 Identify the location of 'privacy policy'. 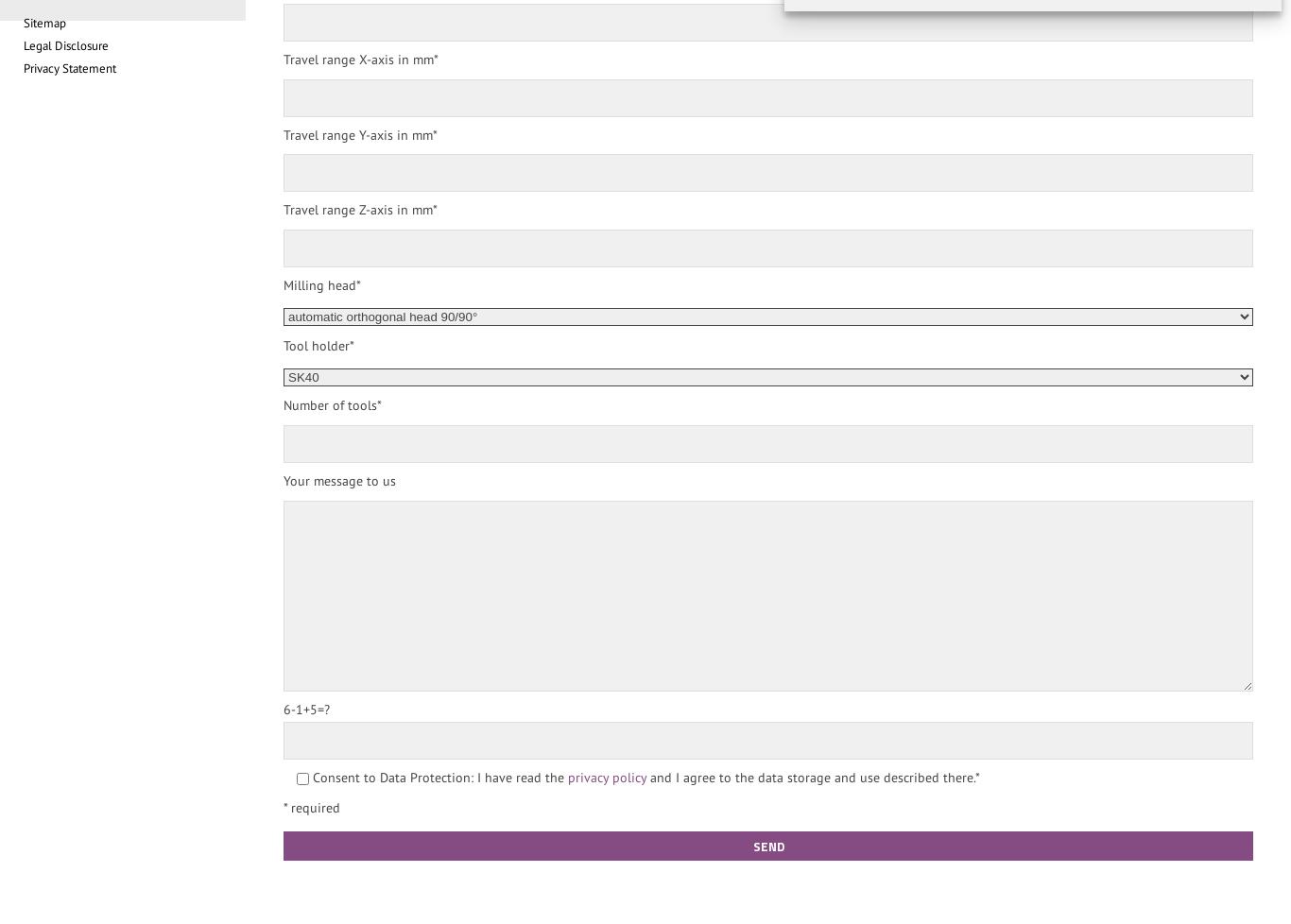
(606, 776).